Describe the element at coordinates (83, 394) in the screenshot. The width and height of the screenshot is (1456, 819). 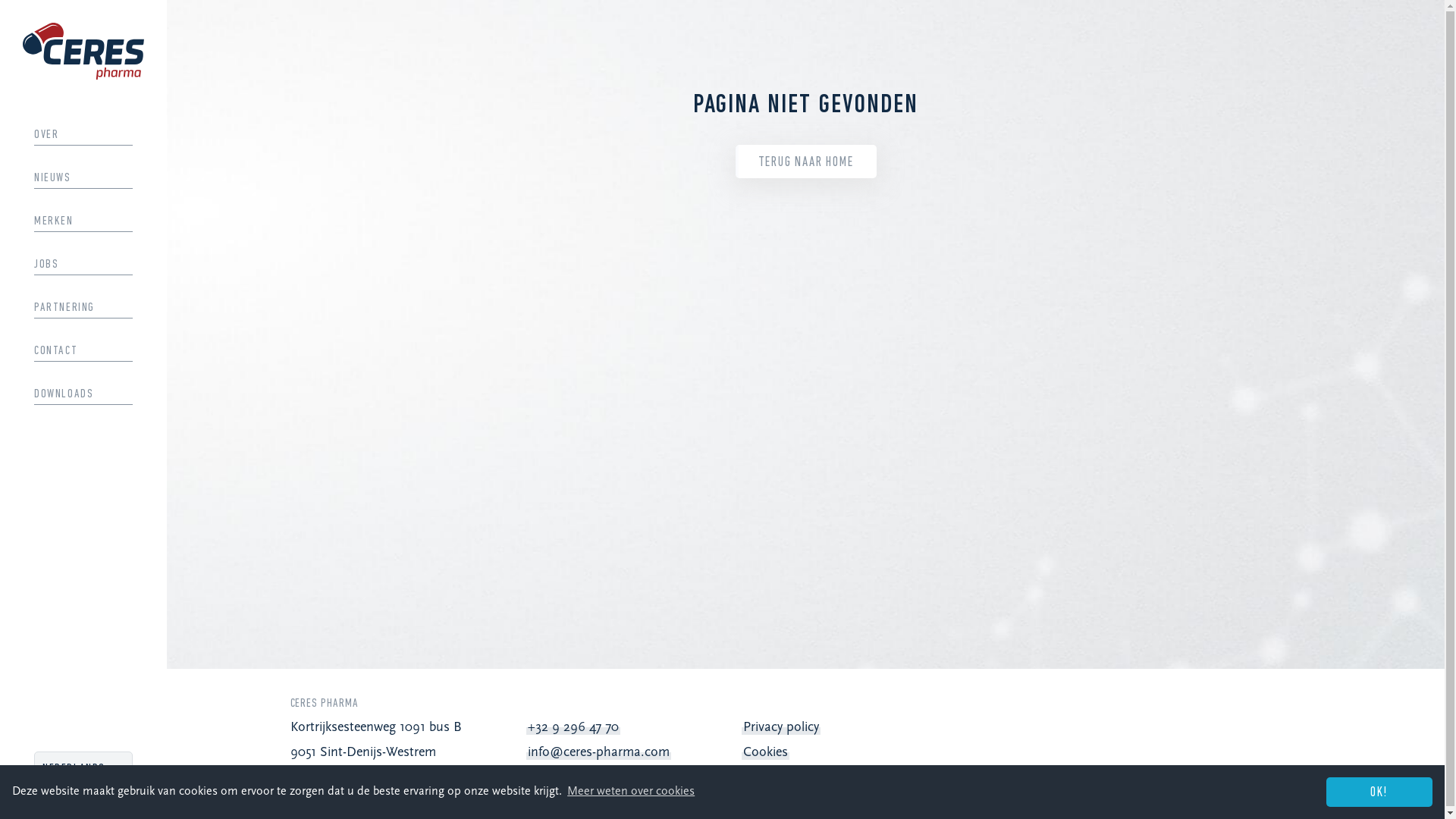
I see `'DOWNLOADS'` at that location.